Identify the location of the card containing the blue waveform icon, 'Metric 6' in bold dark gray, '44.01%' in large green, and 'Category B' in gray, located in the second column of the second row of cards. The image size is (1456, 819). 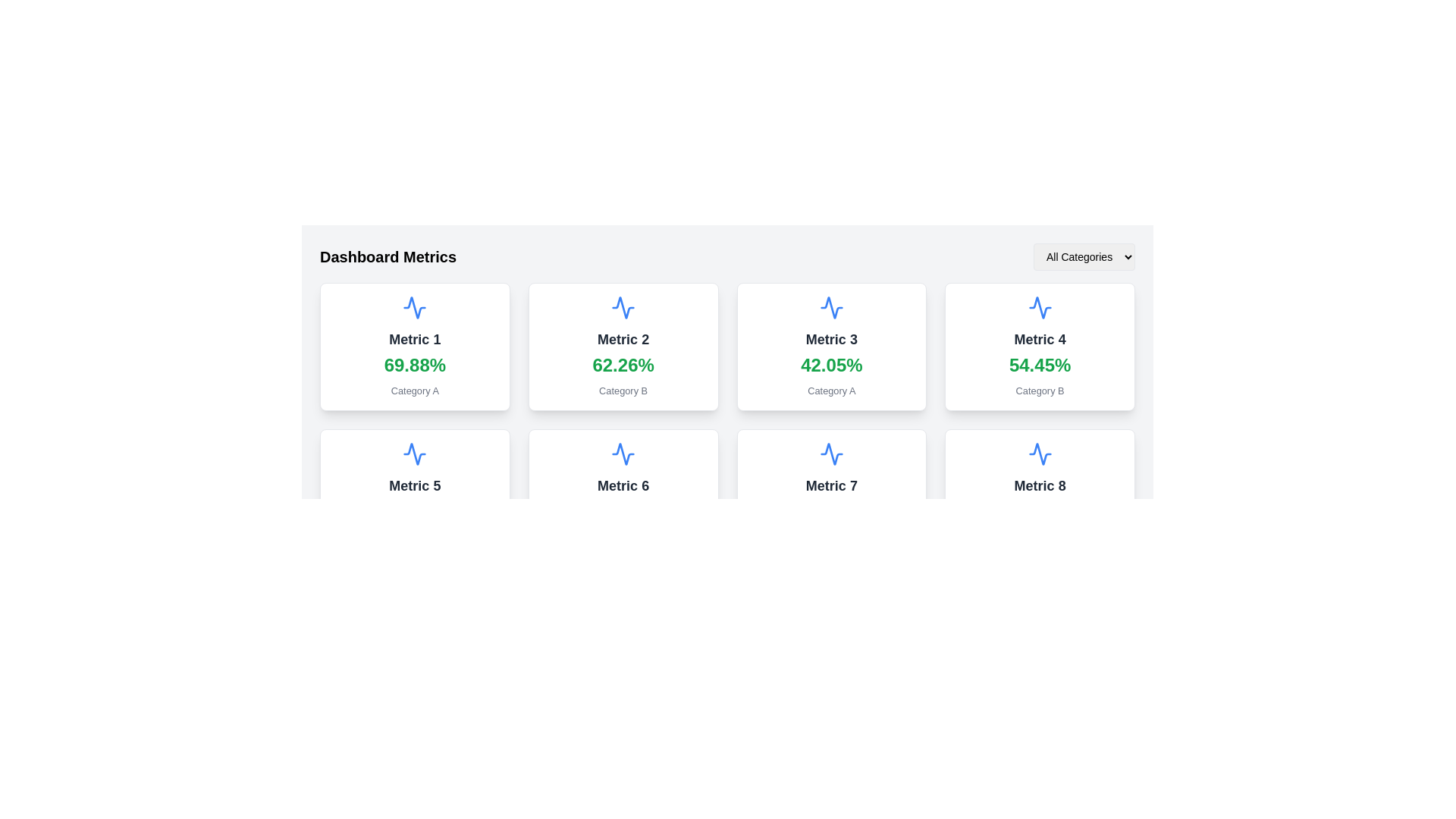
(623, 493).